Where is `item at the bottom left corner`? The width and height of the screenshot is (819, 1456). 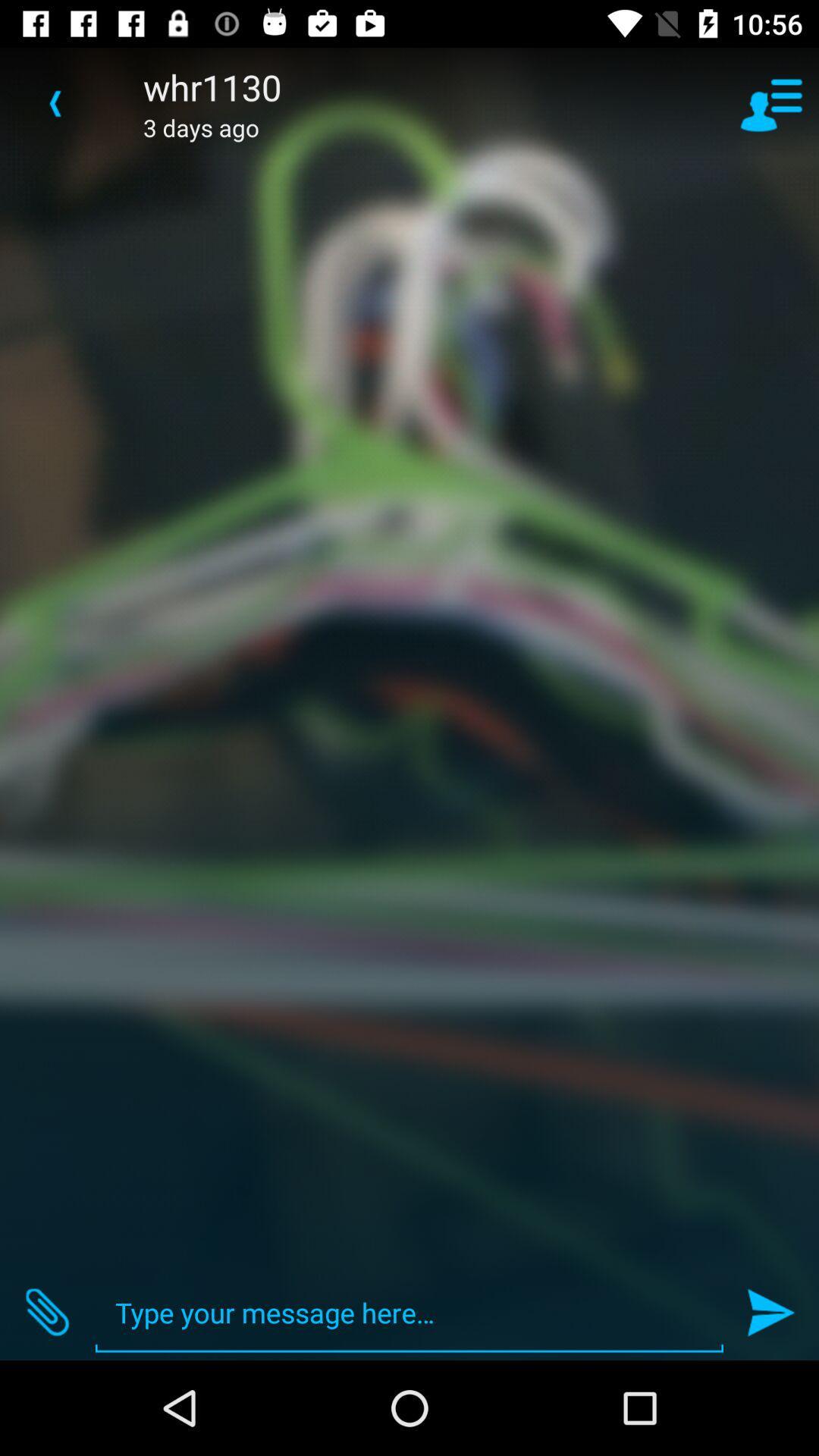 item at the bottom left corner is located at coordinates (46, 1312).